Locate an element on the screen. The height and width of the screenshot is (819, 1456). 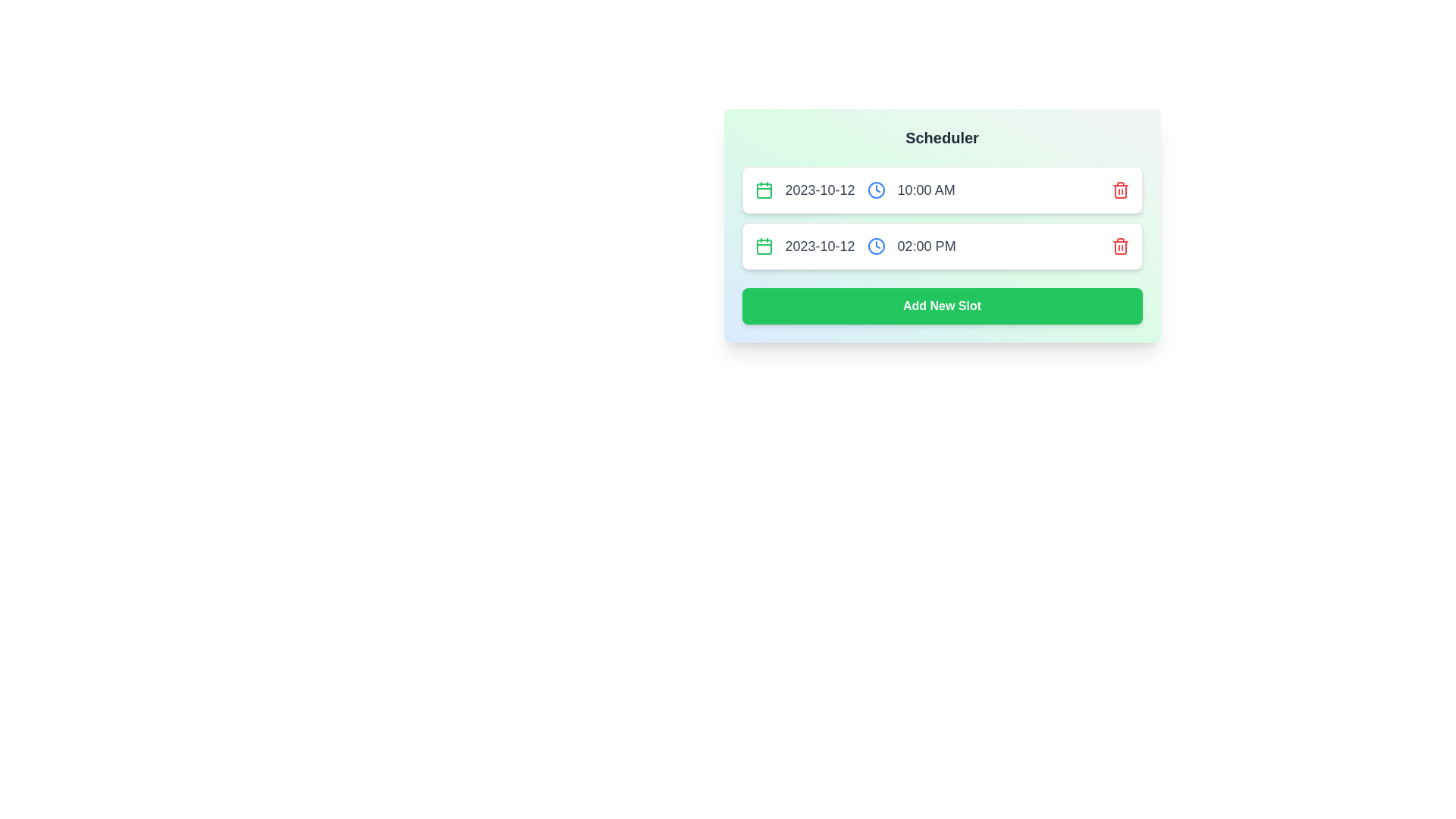
the trash icon for the slot with date 2023-10-12 and time 02:00 PM is located at coordinates (1120, 245).